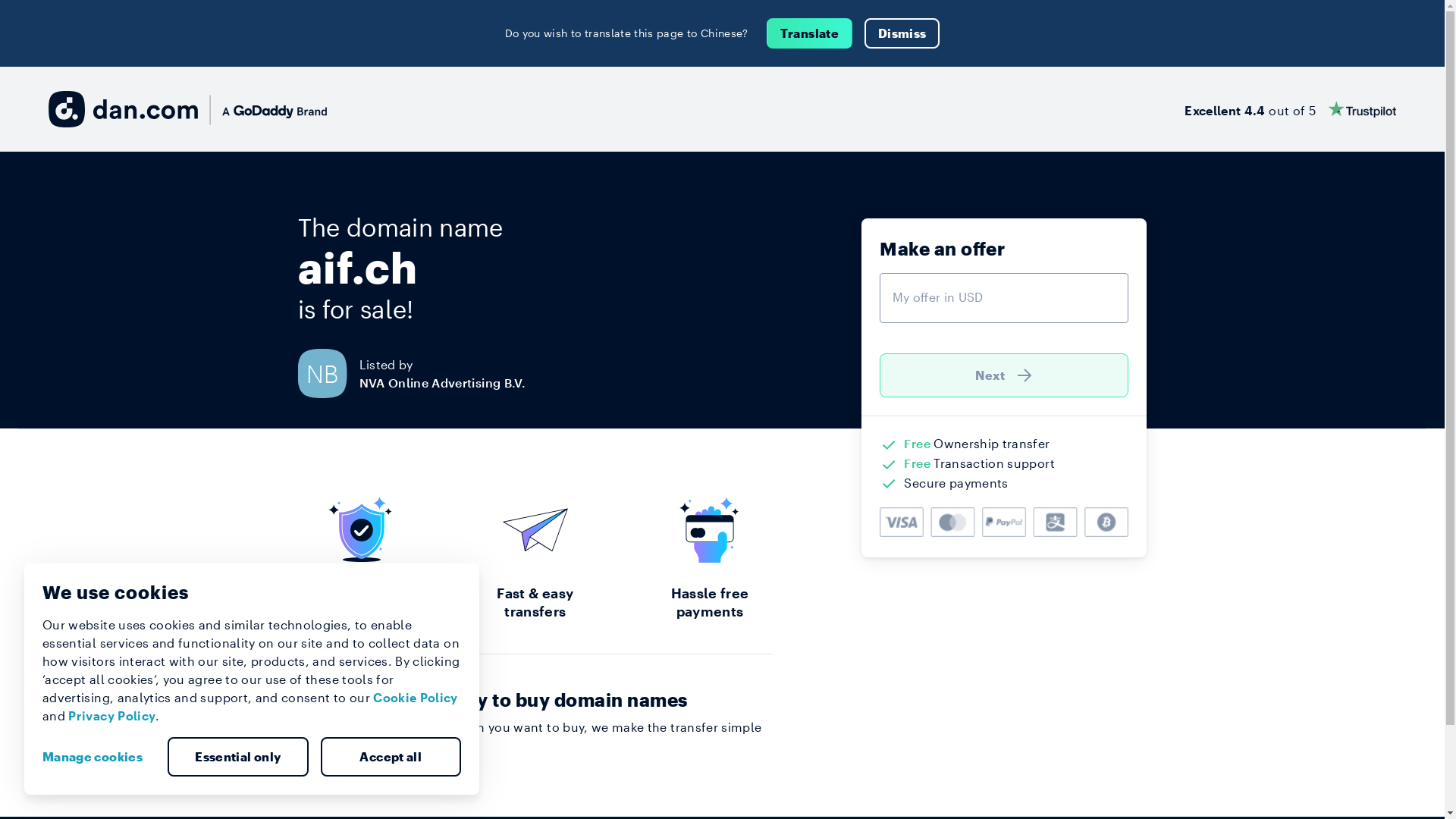  What do you see at coordinates (902, 33) in the screenshot?
I see `'Dismiss'` at bounding box center [902, 33].